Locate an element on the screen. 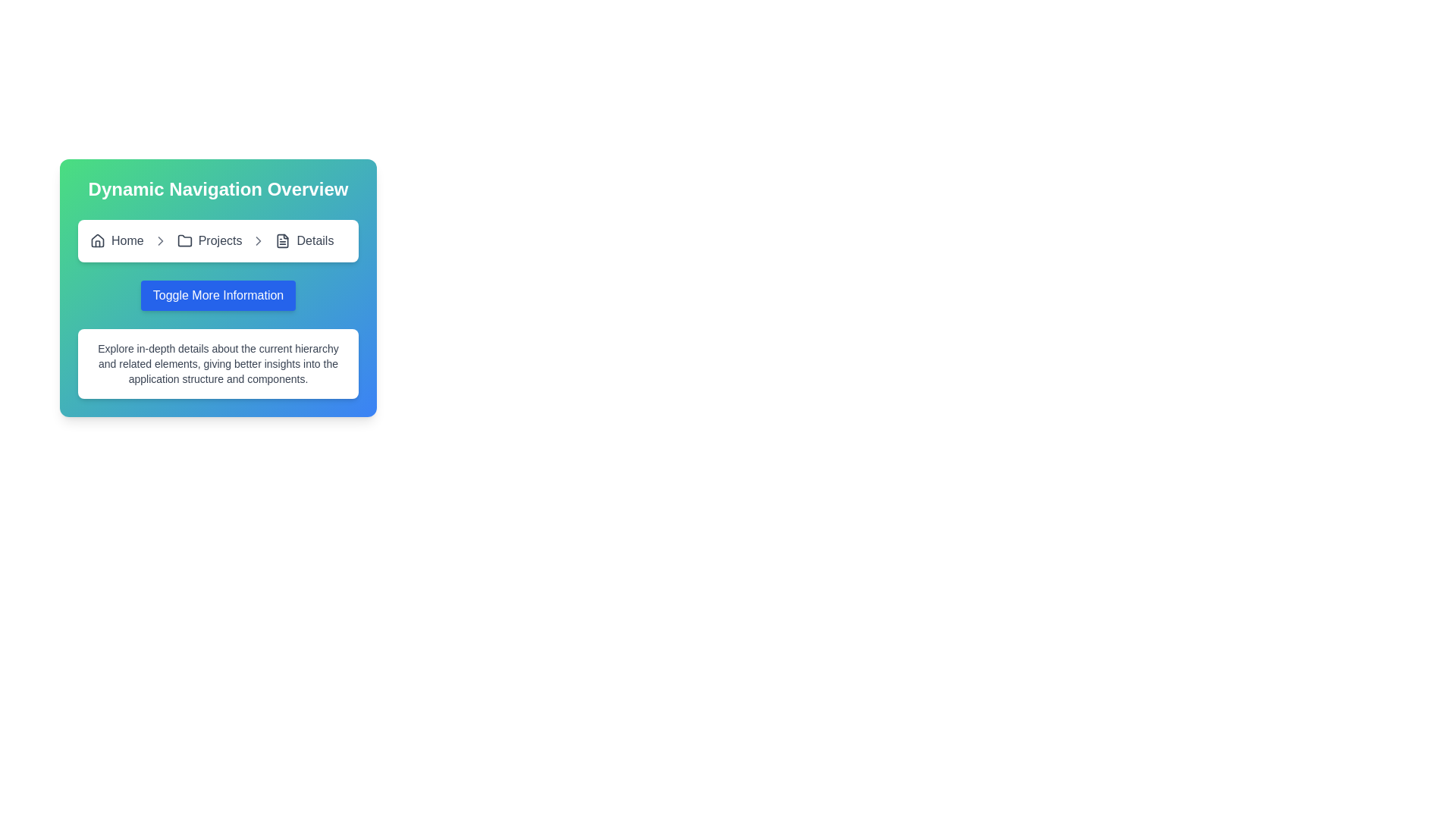  the Chevron icon that visually separates the 'Projects' and 'Details' labels in the breadcrumb navigation component is located at coordinates (160, 240).